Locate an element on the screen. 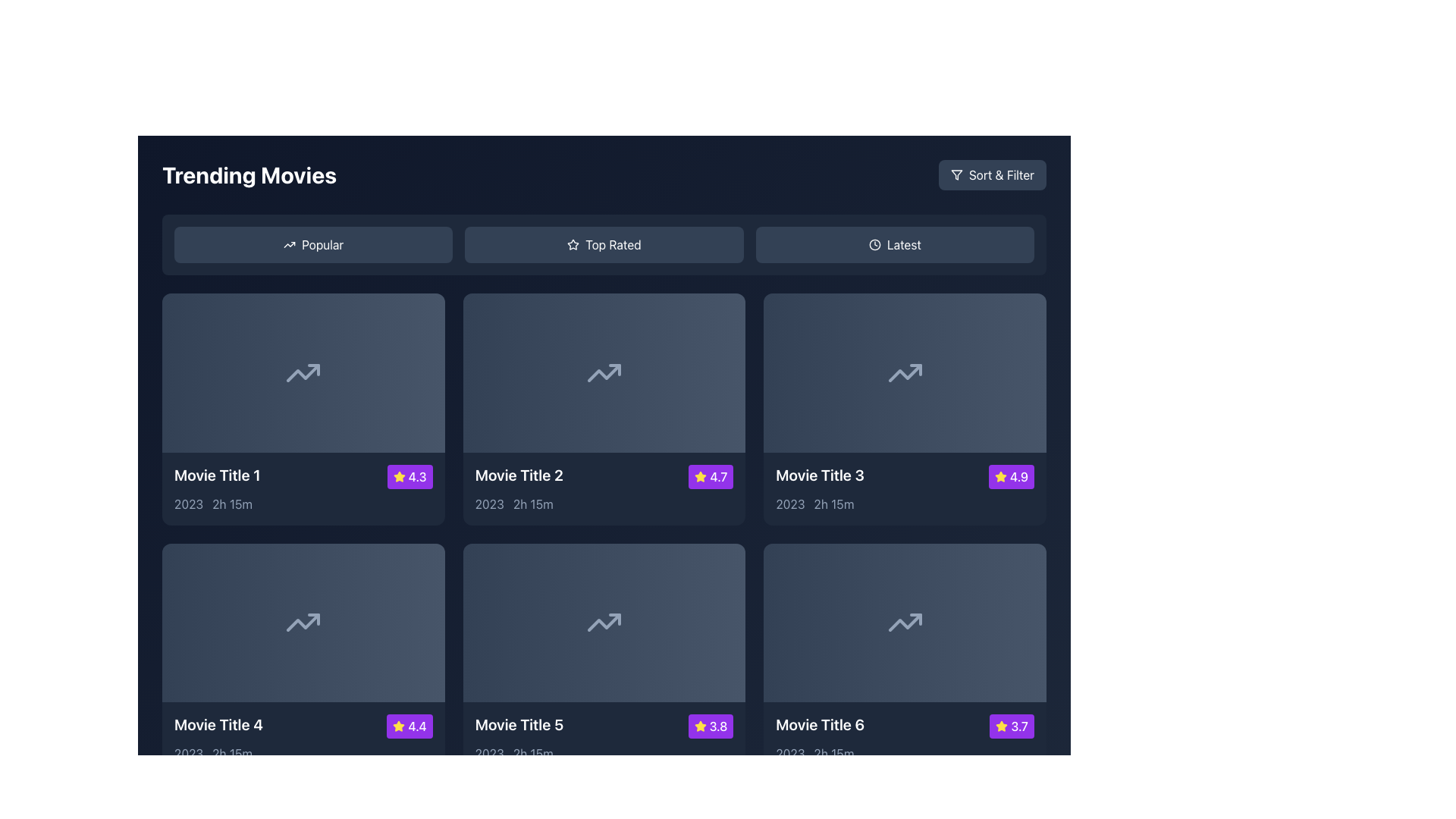  the text label displaying the rating value ('4.3') for 'Movie Title 1', located in the bottom-right corner of the card with a purple background next to a yellow star icon is located at coordinates (417, 475).